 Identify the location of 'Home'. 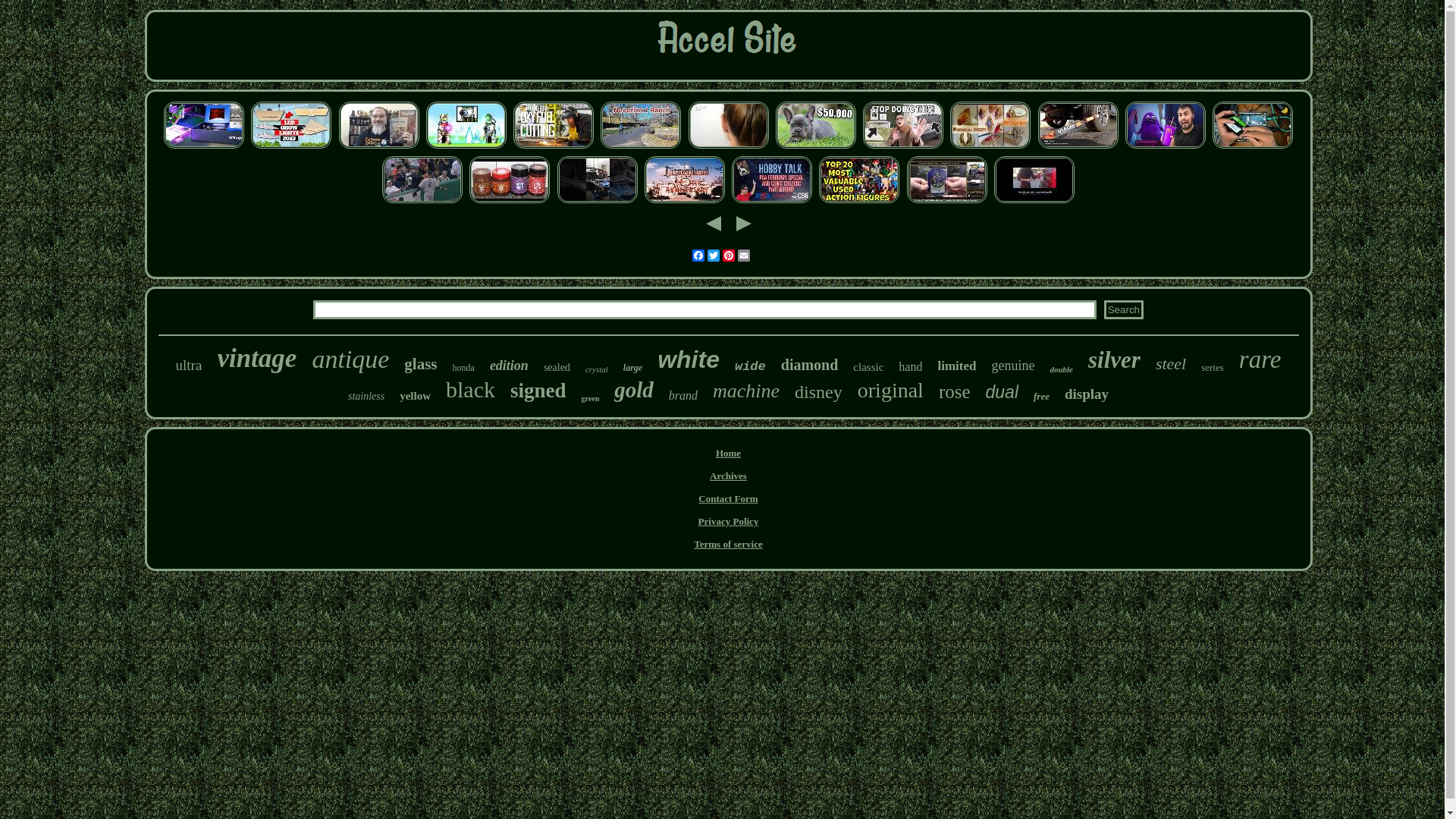
(728, 452).